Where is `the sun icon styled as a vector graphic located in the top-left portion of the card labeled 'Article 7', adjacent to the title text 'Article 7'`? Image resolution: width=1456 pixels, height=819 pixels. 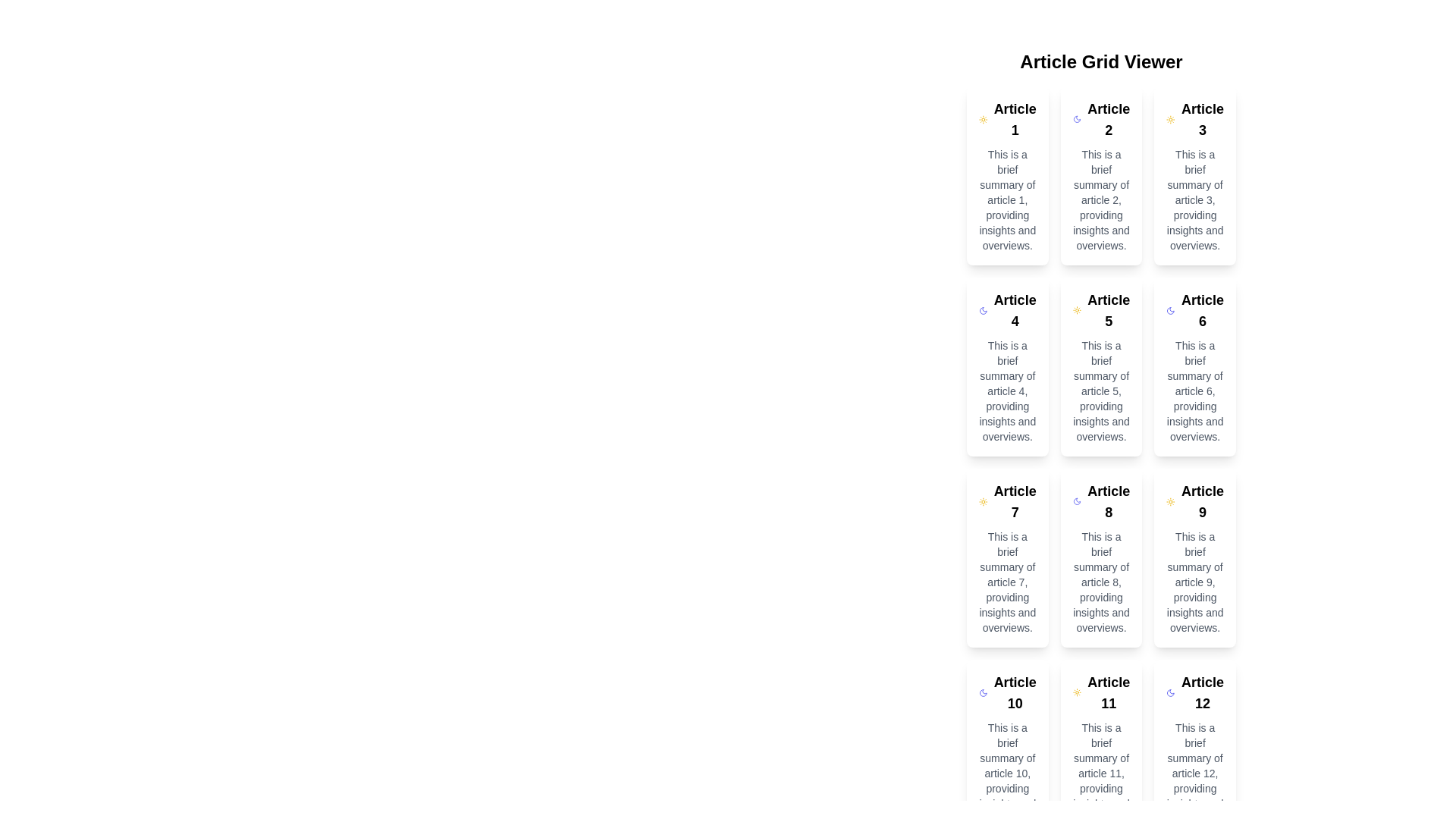 the sun icon styled as a vector graphic located in the top-left portion of the card labeled 'Article 7', adjacent to the title text 'Article 7' is located at coordinates (983, 502).